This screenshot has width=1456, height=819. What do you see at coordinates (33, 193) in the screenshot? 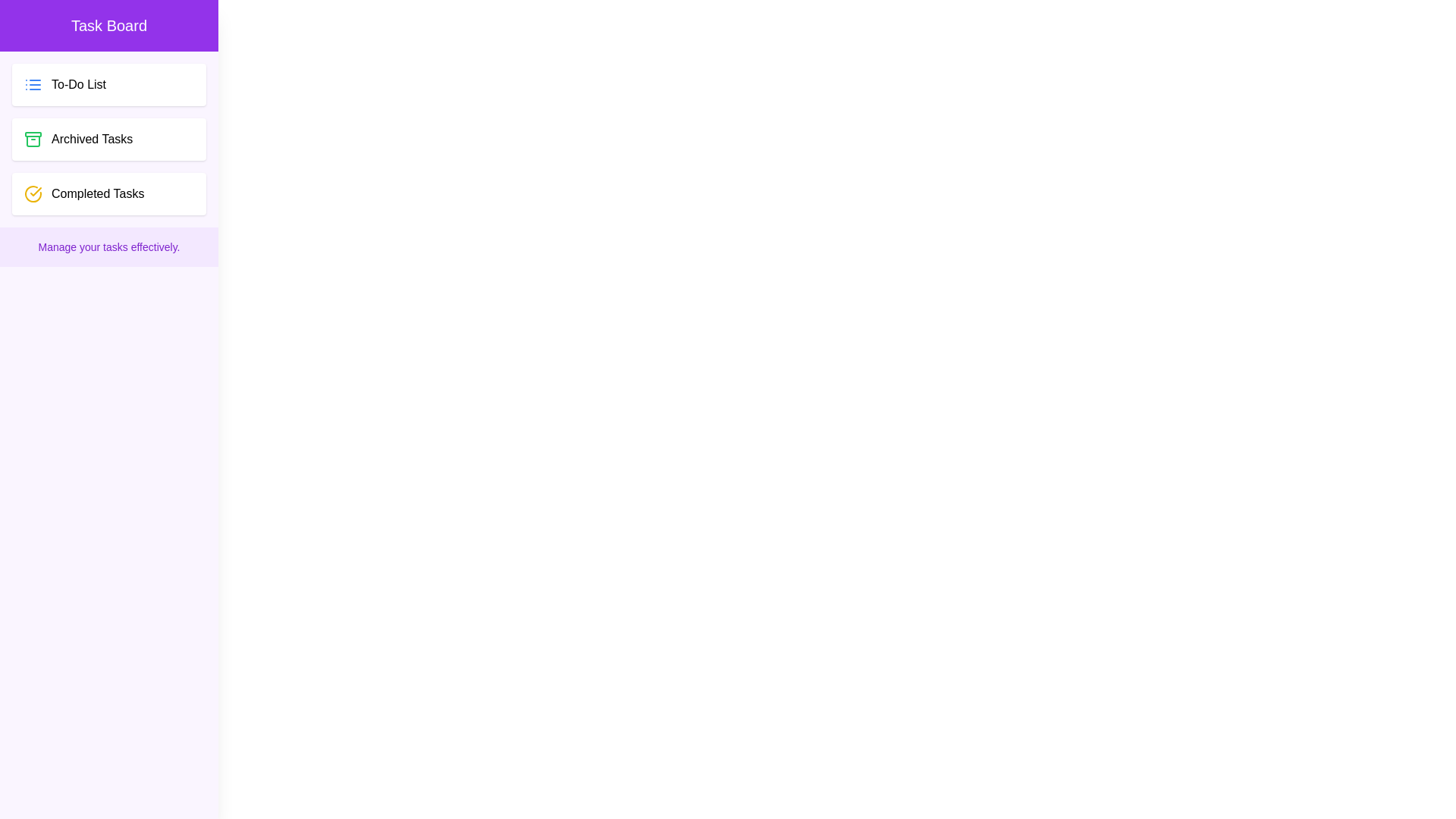
I see `the decorative icon next to the Completed Tasks task category` at bounding box center [33, 193].